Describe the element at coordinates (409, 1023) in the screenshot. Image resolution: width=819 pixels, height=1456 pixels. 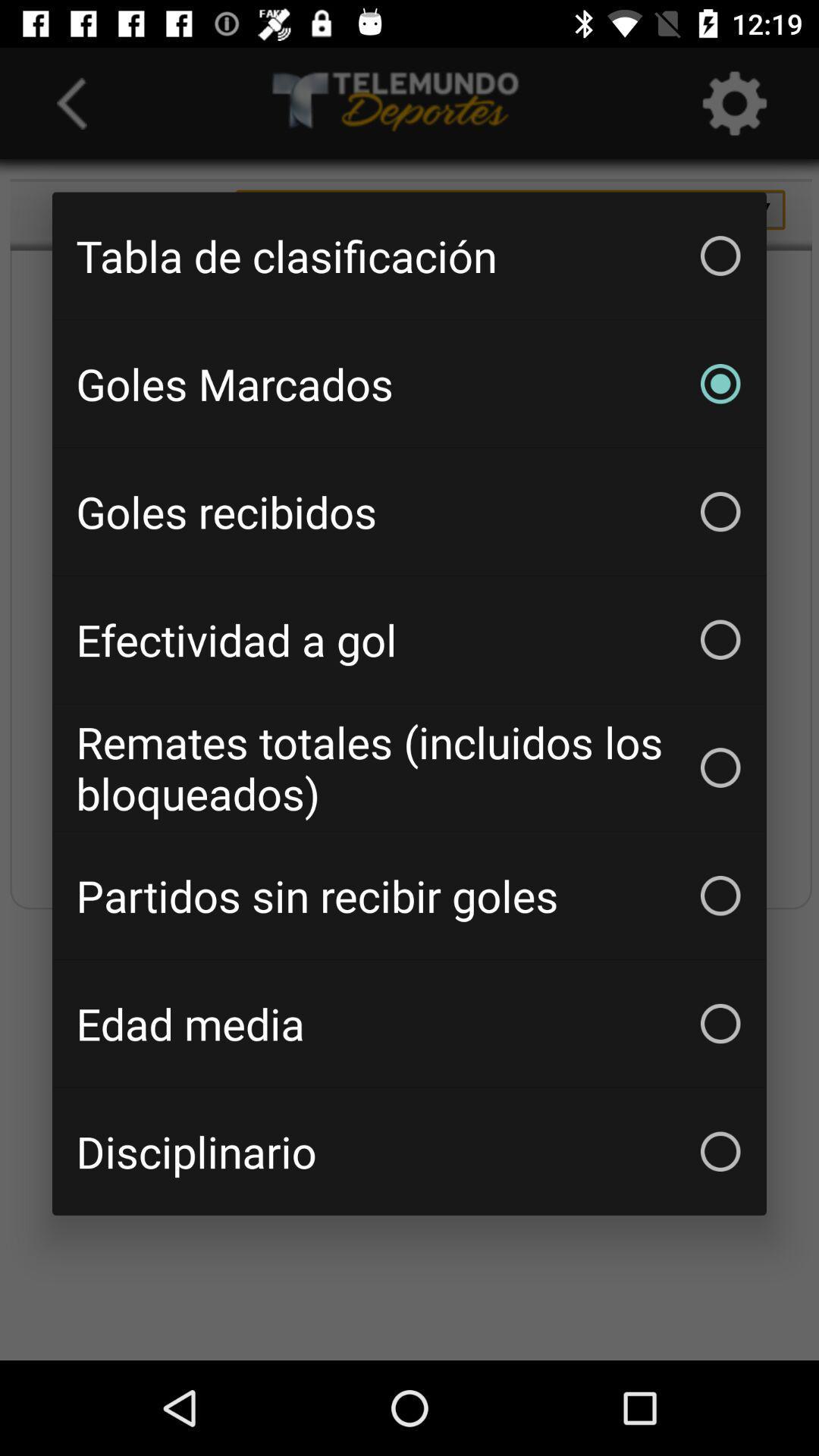
I see `the item above disciplinario icon` at that location.